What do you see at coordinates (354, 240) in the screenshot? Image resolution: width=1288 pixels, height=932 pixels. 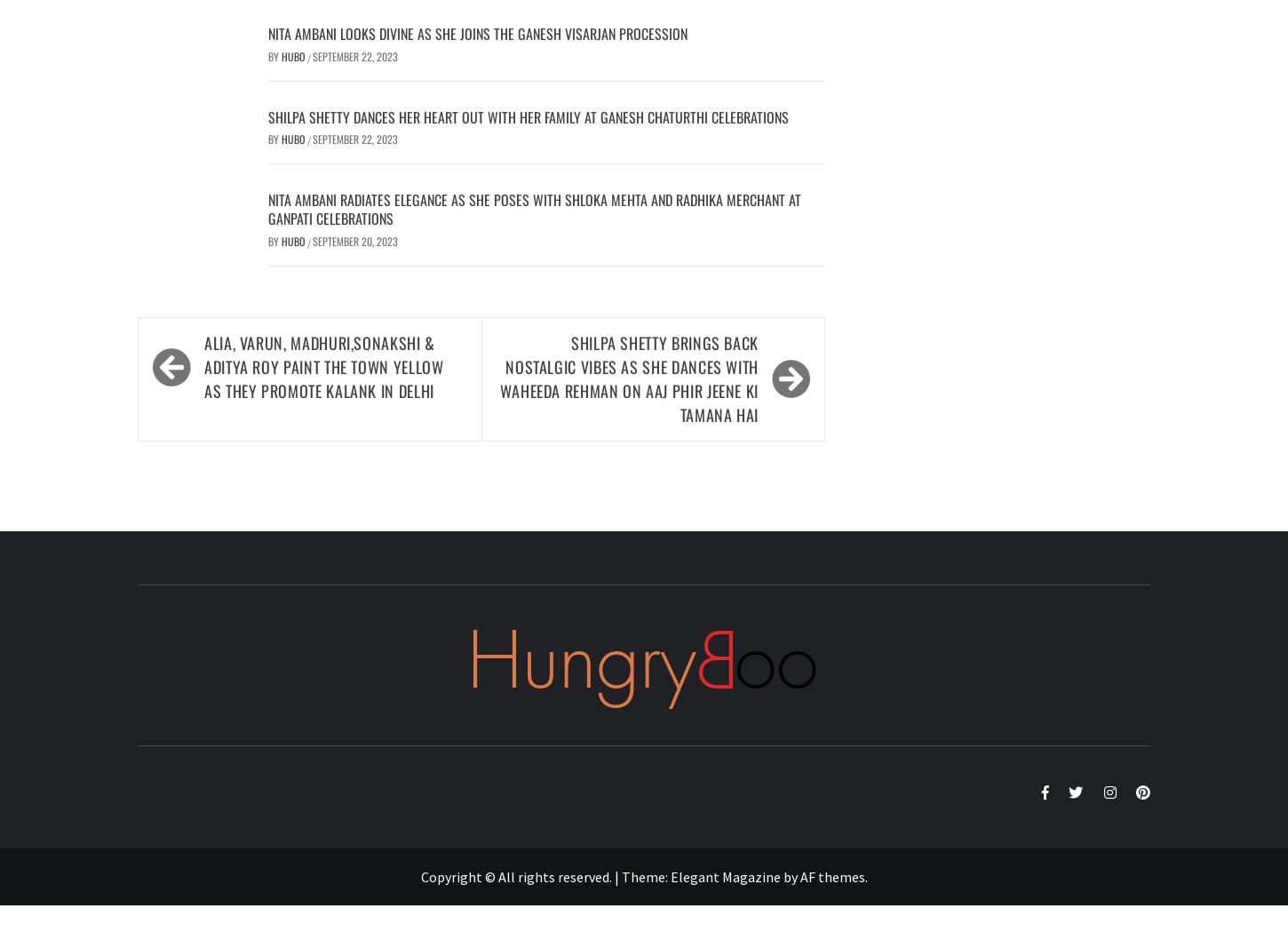 I see `'September 20, 2023'` at bounding box center [354, 240].